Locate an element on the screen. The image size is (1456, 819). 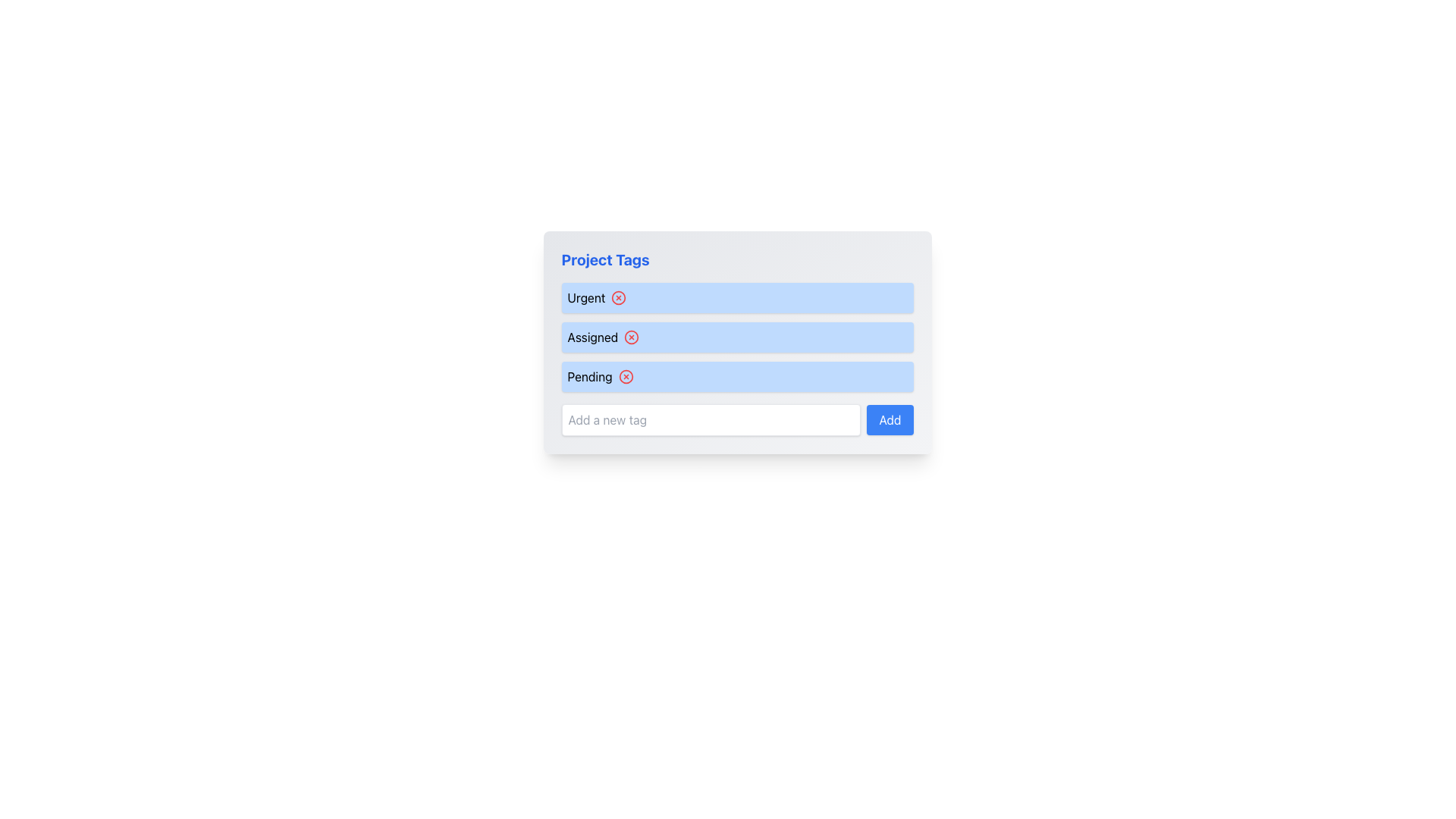
title text of the bold blue label displaying 'Project Tags', which is located at the top-left of the visible card above the list of tags is located at coordinates (604, 259).